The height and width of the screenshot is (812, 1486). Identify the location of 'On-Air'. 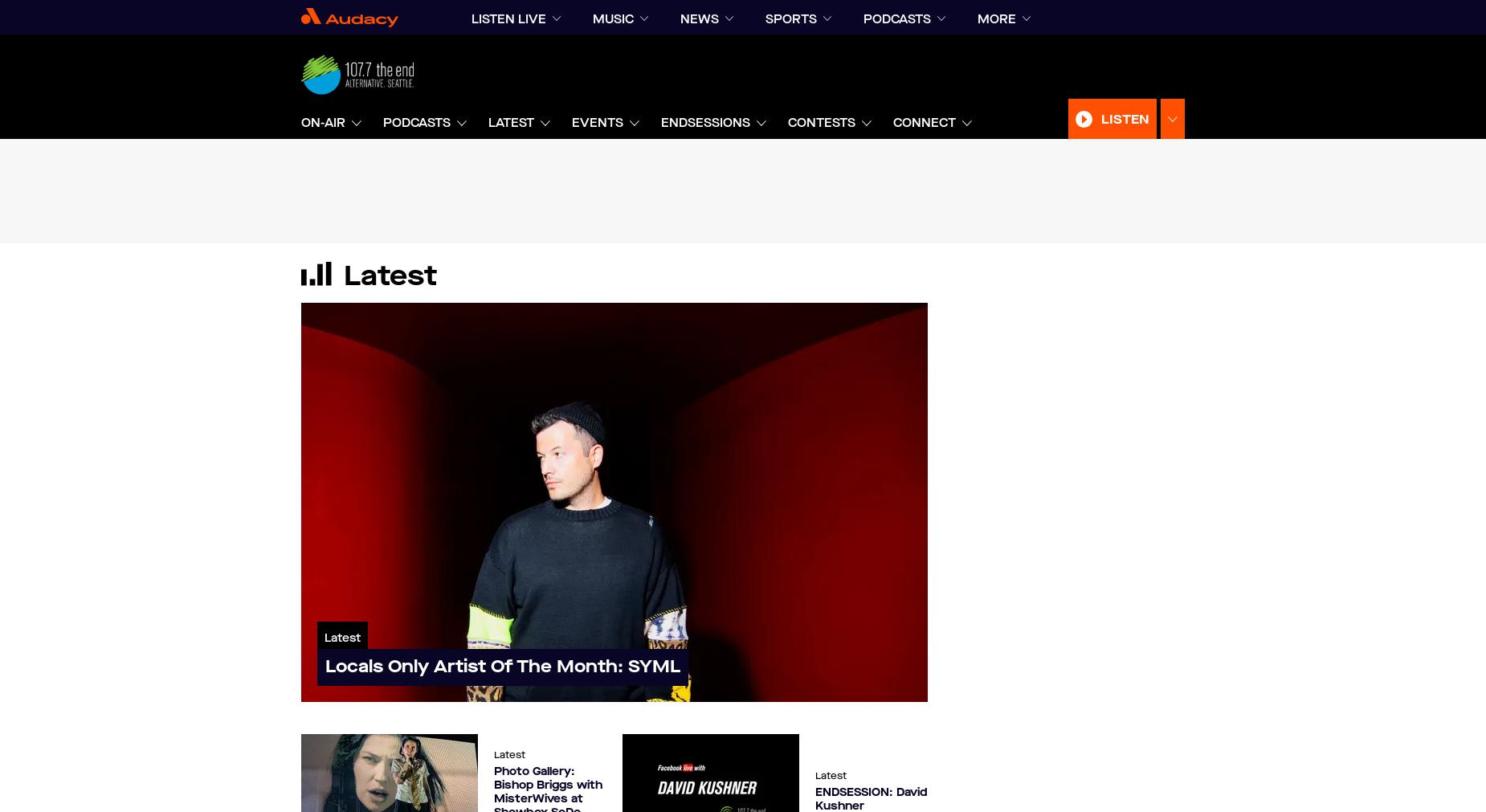
(322, 121).